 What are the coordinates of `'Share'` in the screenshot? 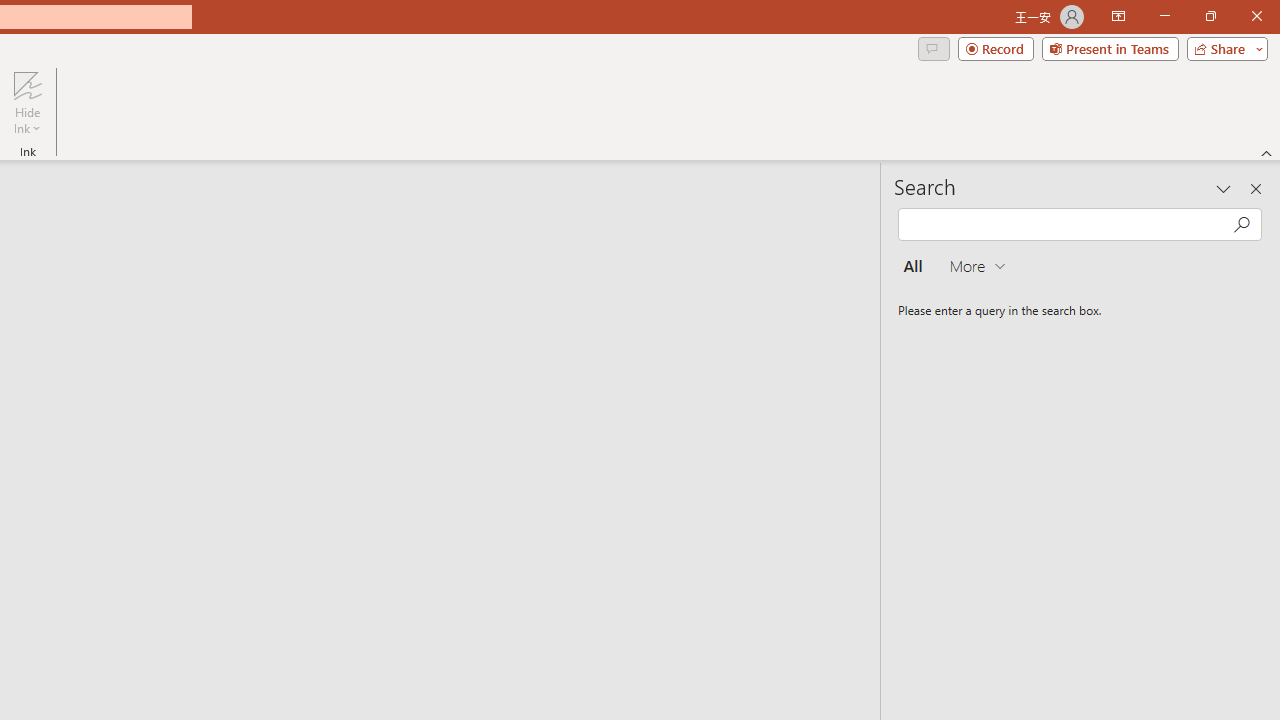 It's located at (1222, 47).